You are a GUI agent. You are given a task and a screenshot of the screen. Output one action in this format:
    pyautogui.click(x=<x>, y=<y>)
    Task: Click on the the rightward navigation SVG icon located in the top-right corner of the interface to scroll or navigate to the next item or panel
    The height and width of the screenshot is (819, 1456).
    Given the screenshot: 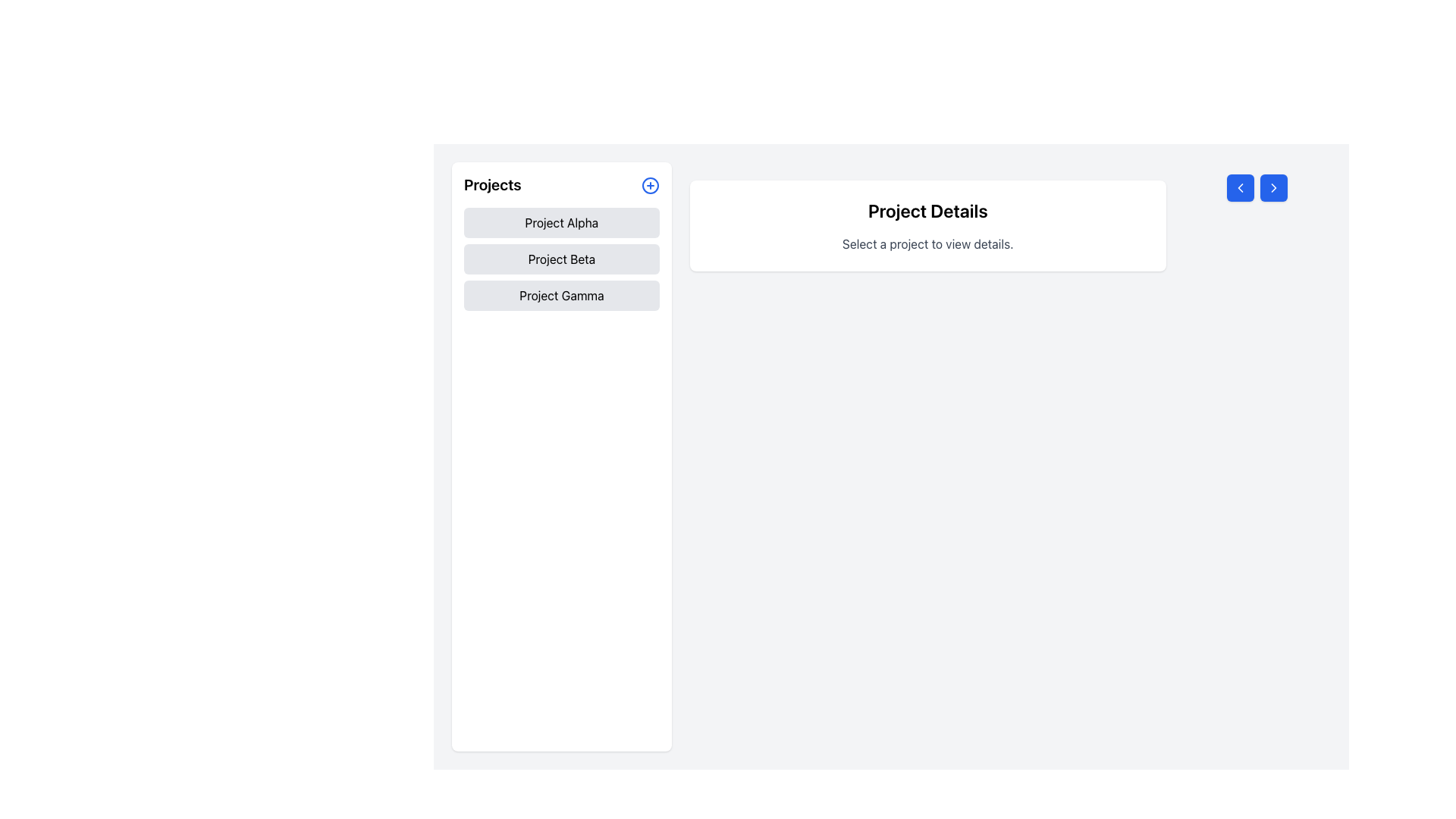 What is the action you would take?
    pyautogui.click(x=1274, y=187)
    